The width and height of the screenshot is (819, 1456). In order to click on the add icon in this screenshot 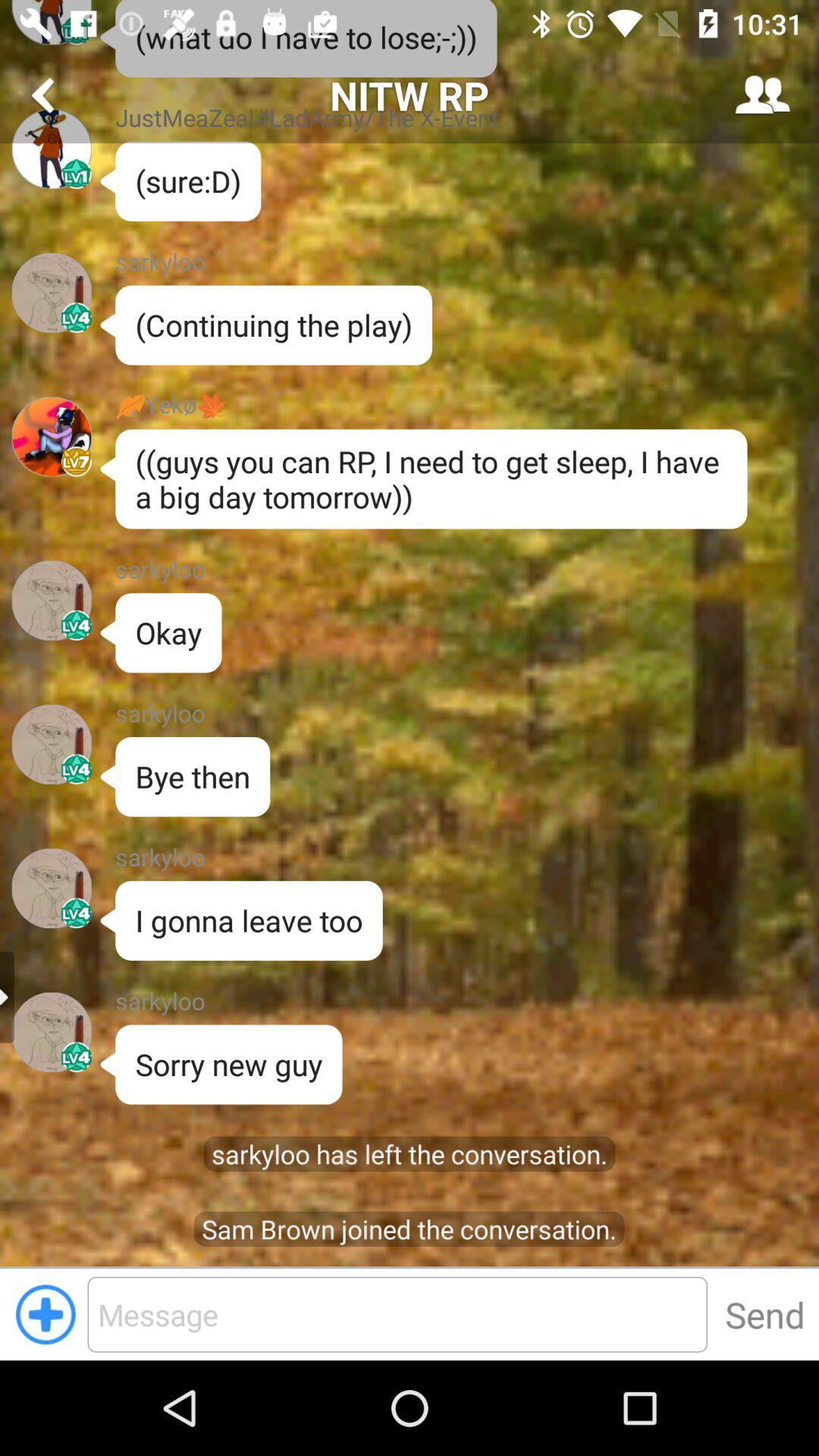, I will do `click(45, 1313)`.